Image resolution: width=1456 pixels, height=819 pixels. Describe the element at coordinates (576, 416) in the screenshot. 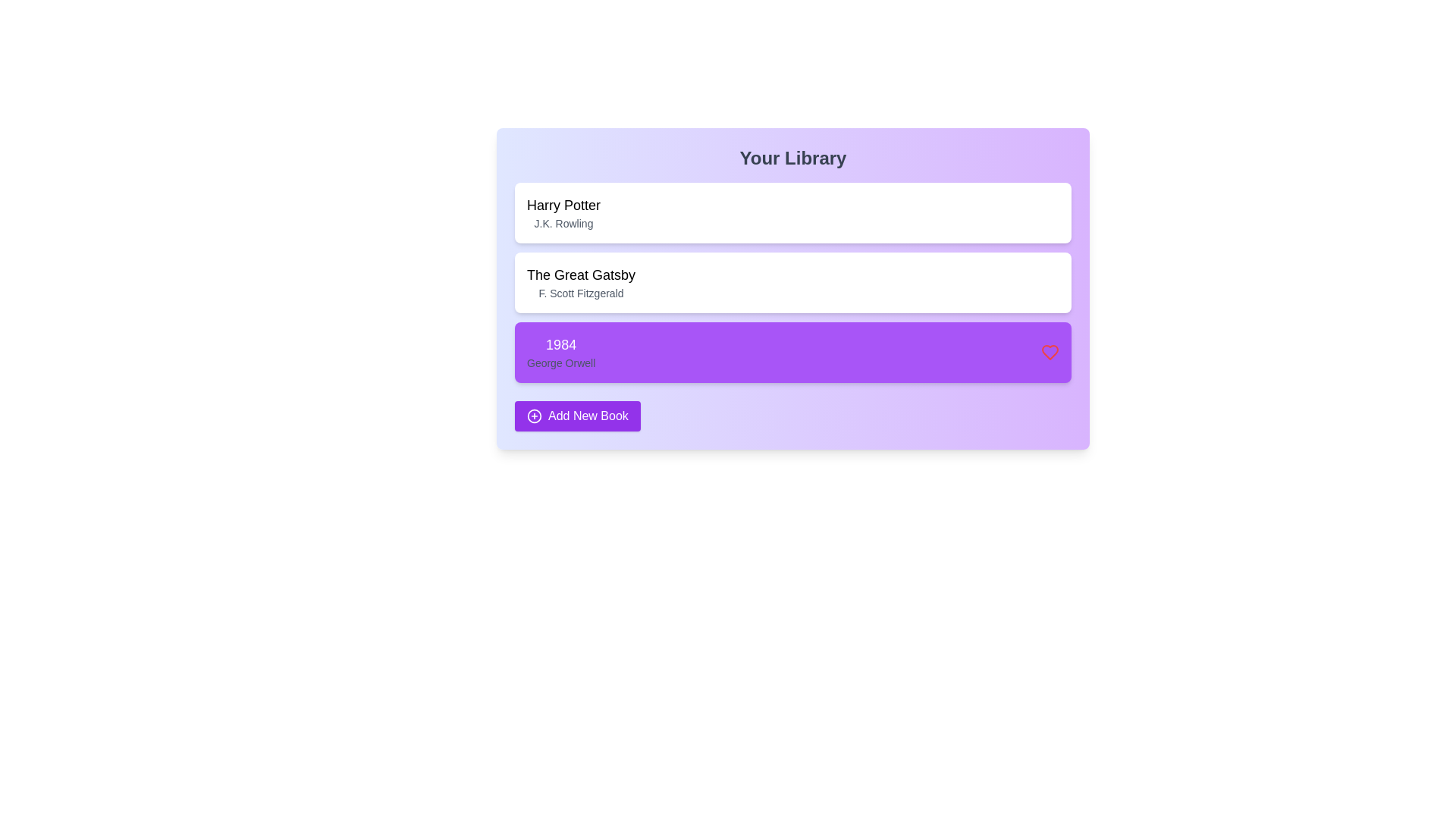

I see `'Add New Book' button to add a new book to the library` at that location.